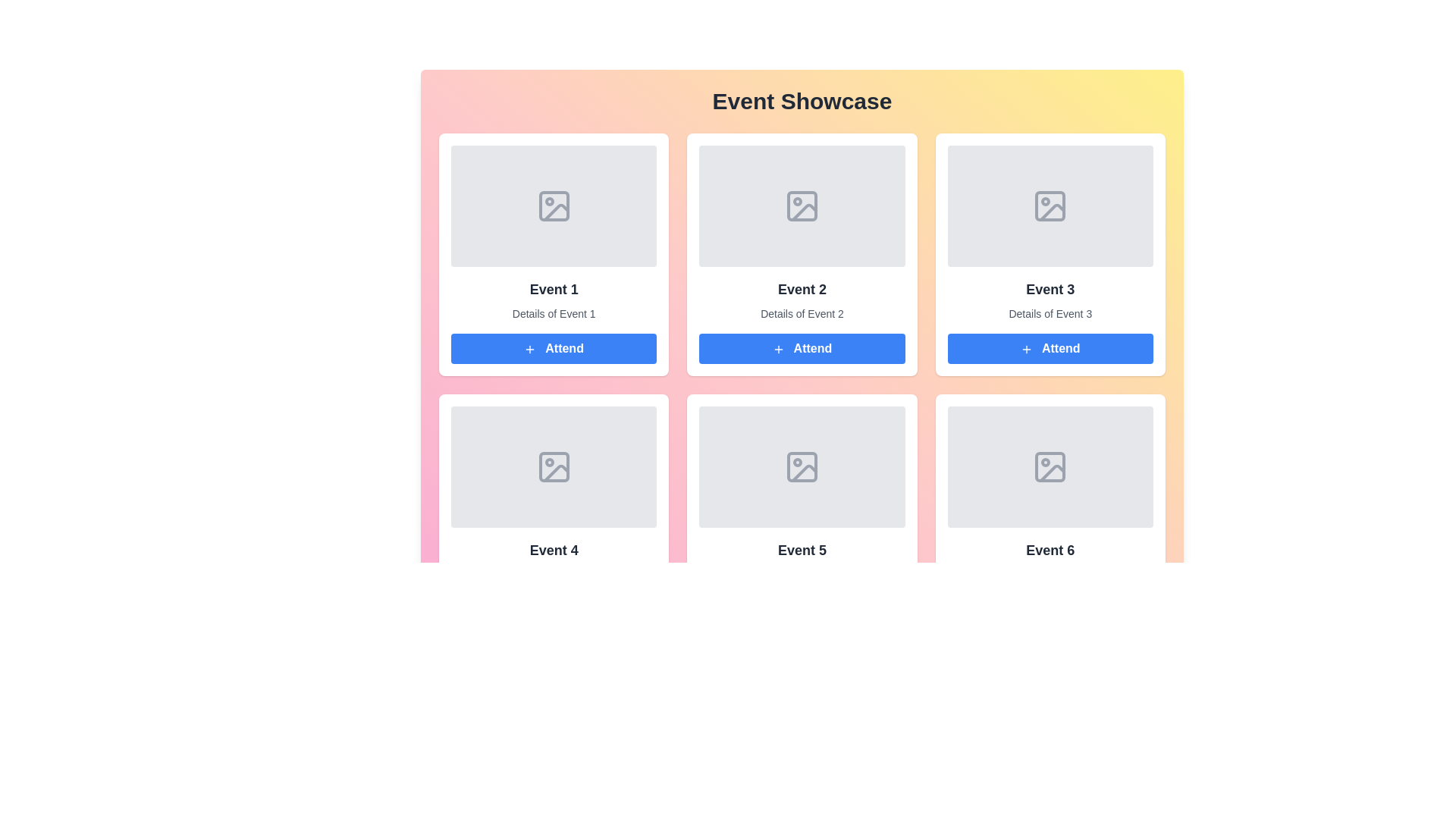 The image size is (1456, 819). What do you see at coordinates (553, 206) in the screenshot?
I see `the Image Placeholder located at the top-left position within the 'Event 1' card, above the title and description` at bounding box center [553, 206].